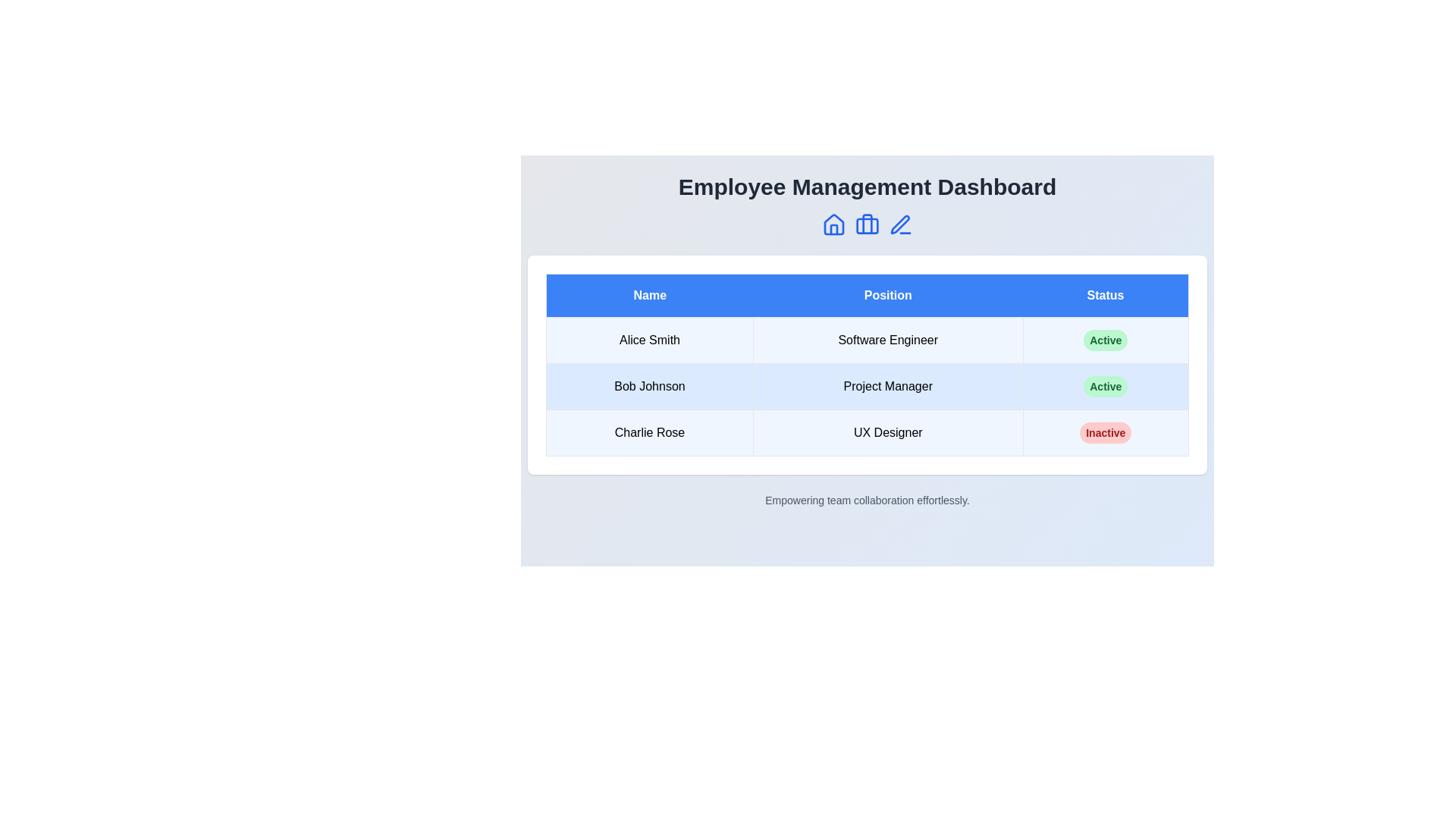 This screenshot has height=819, width=1456. I want to click on the badge element with a green background and the text 'Active' in bold, located in the 'Status' column of the employee data table for Alice Smith, so click(1106, 339).